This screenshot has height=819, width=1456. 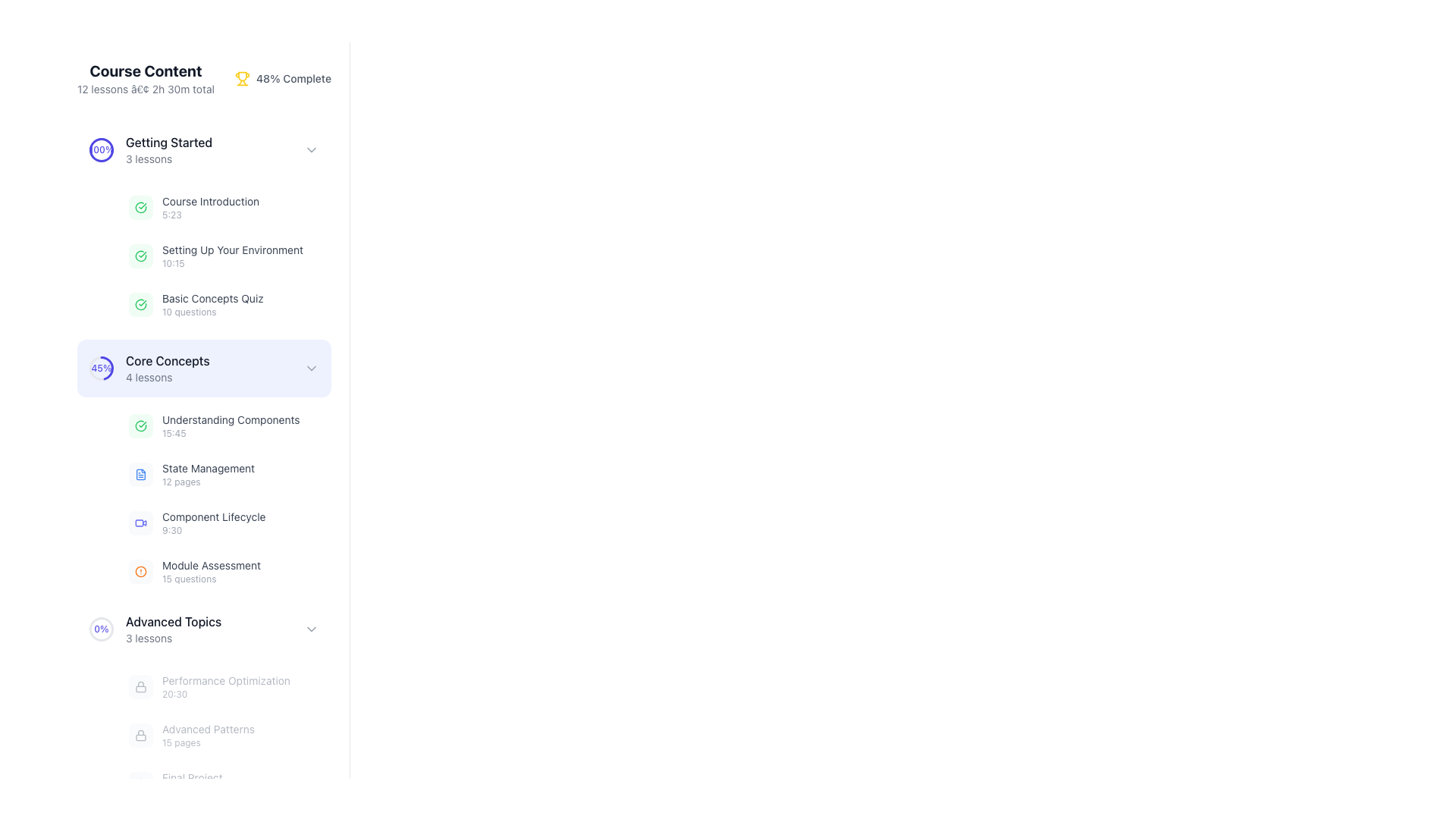 I want to click on the first list item under the 'Getting Started' section, which has a green circular icon with a checkmark and the text 'Course Introduction', so click(x=193, y=207).